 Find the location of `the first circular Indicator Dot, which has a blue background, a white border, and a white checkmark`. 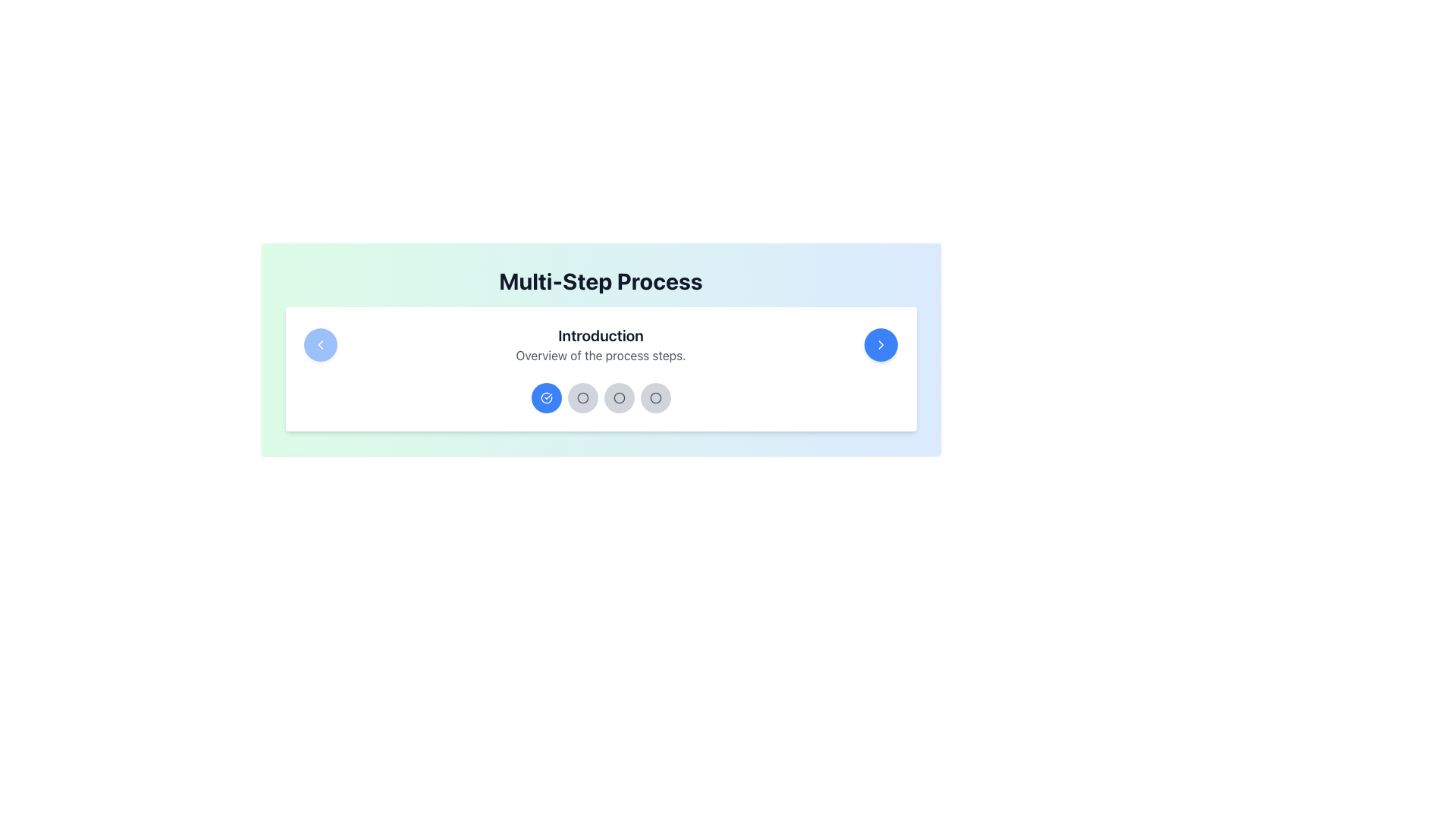

the first circular Indicator Dot, which has a blue background, a white border, and a white checkmark is located at coordinates (546, 397).